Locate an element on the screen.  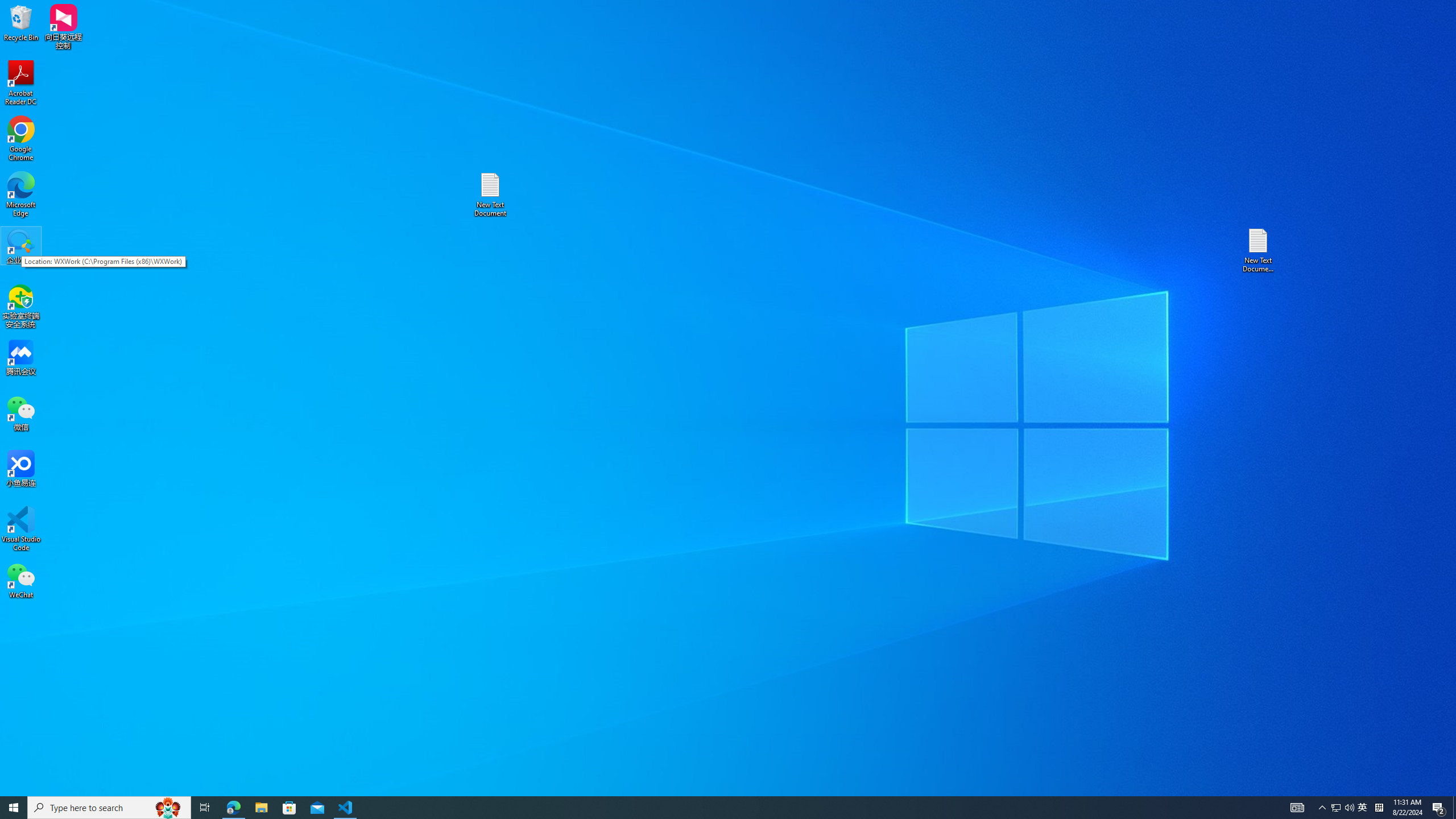
'New Text Document' is located at coordinates (489, 194).